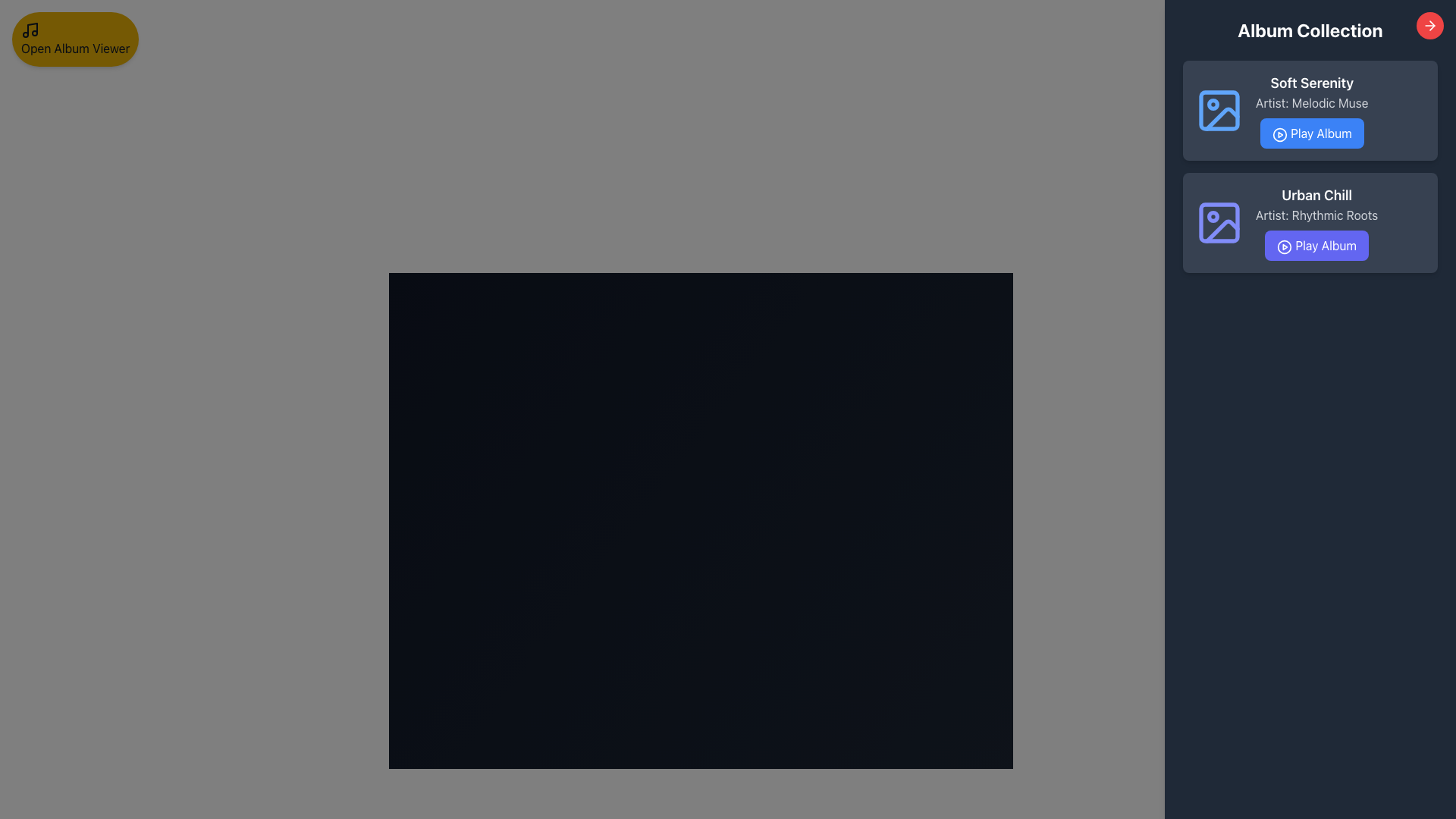 The height and width of the screenshot is (819, 1456). I want to click on the circular button located at the top-right of the Album Collection panel to observe its hover effect, so click(1429, 26).